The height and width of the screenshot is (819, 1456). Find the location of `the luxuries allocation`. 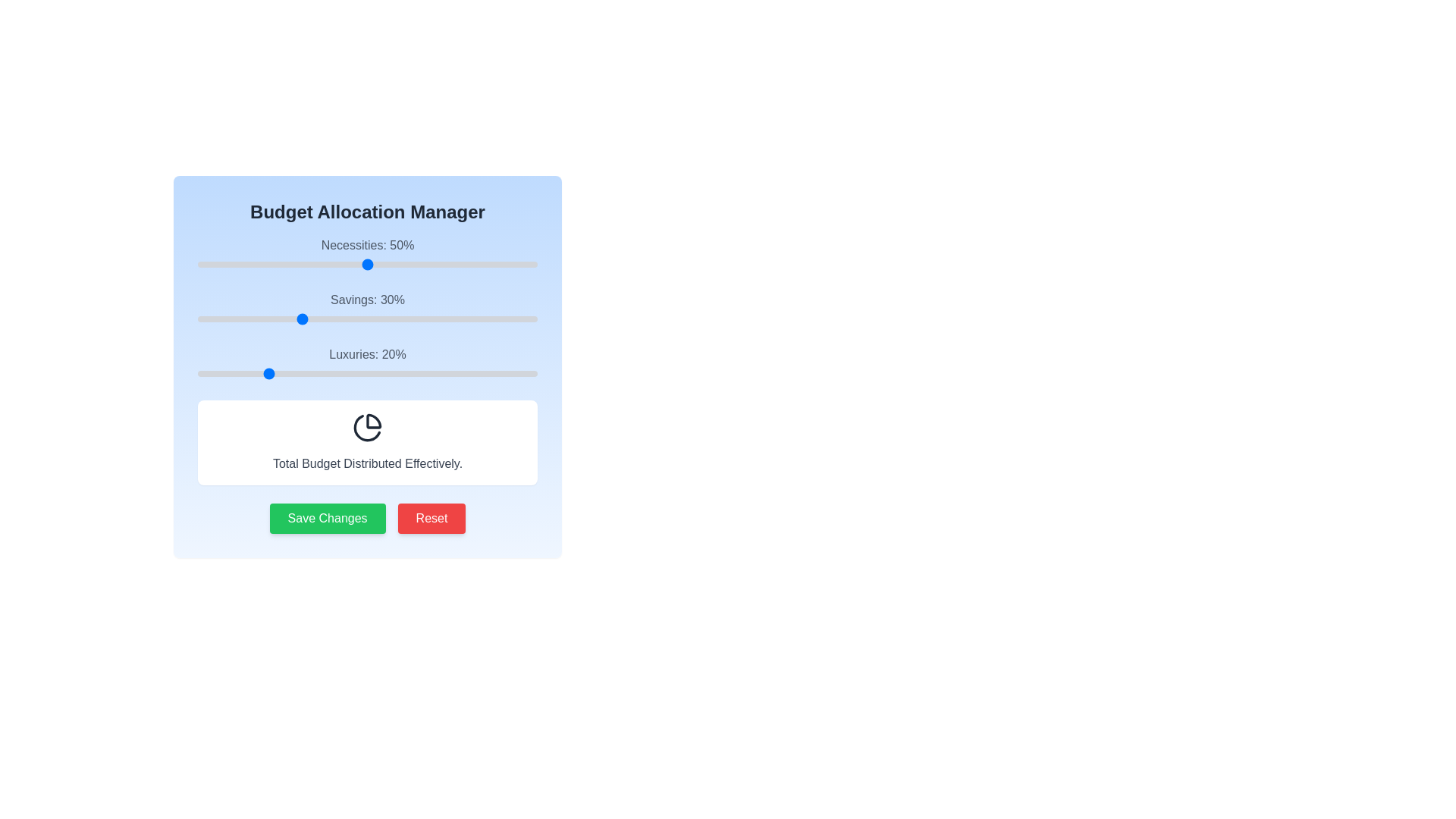

the luxuries allocation is located at coordinates (381, 374).